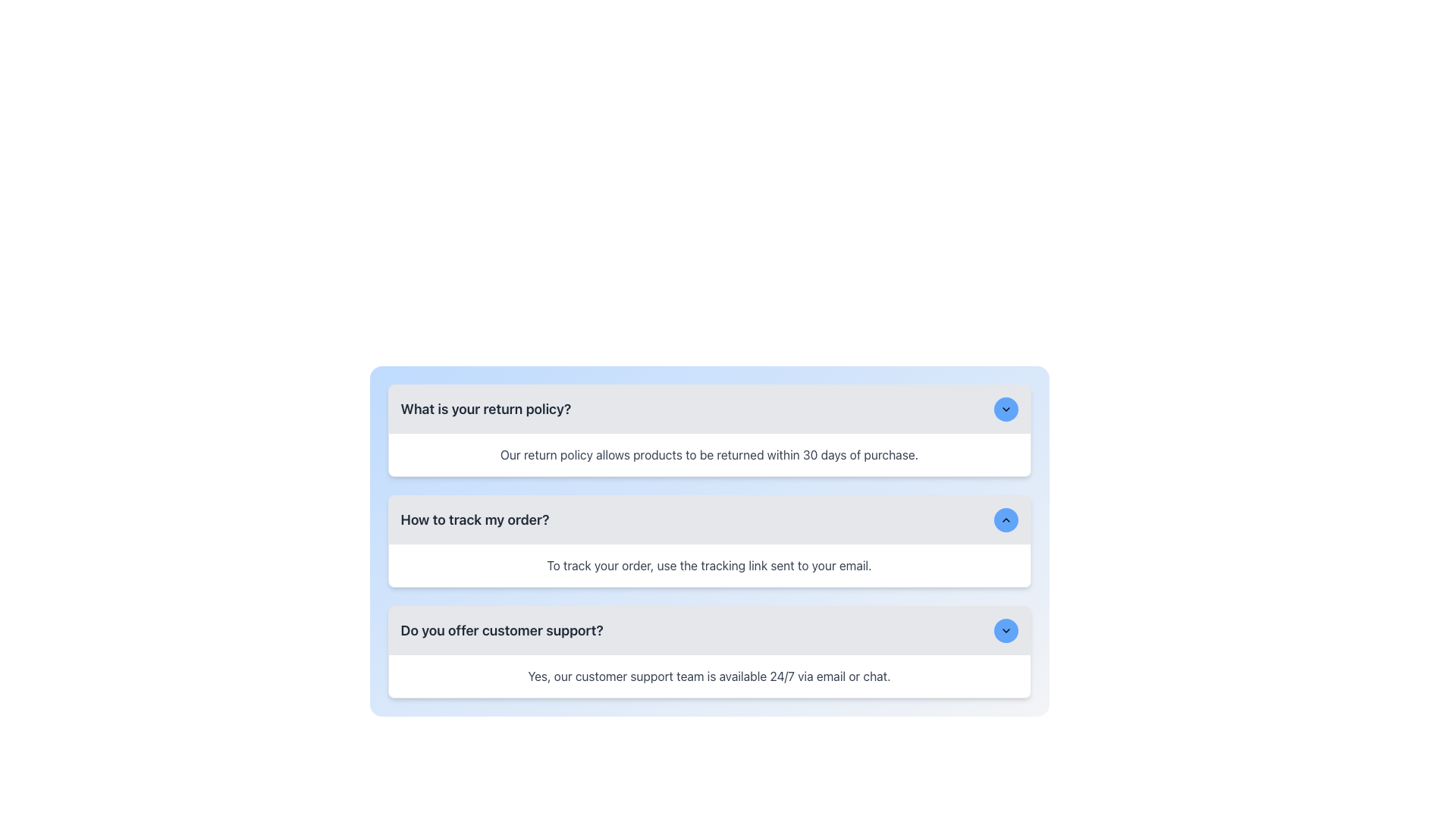 Image resolution: width=1456 pixels, height=819 pixels. Describe the element at coordinates (708, 540) in the screenshot. I see `the Collapsible Section that provides details about tracking an order, located below the 'What is your return policy?' section` at that location.